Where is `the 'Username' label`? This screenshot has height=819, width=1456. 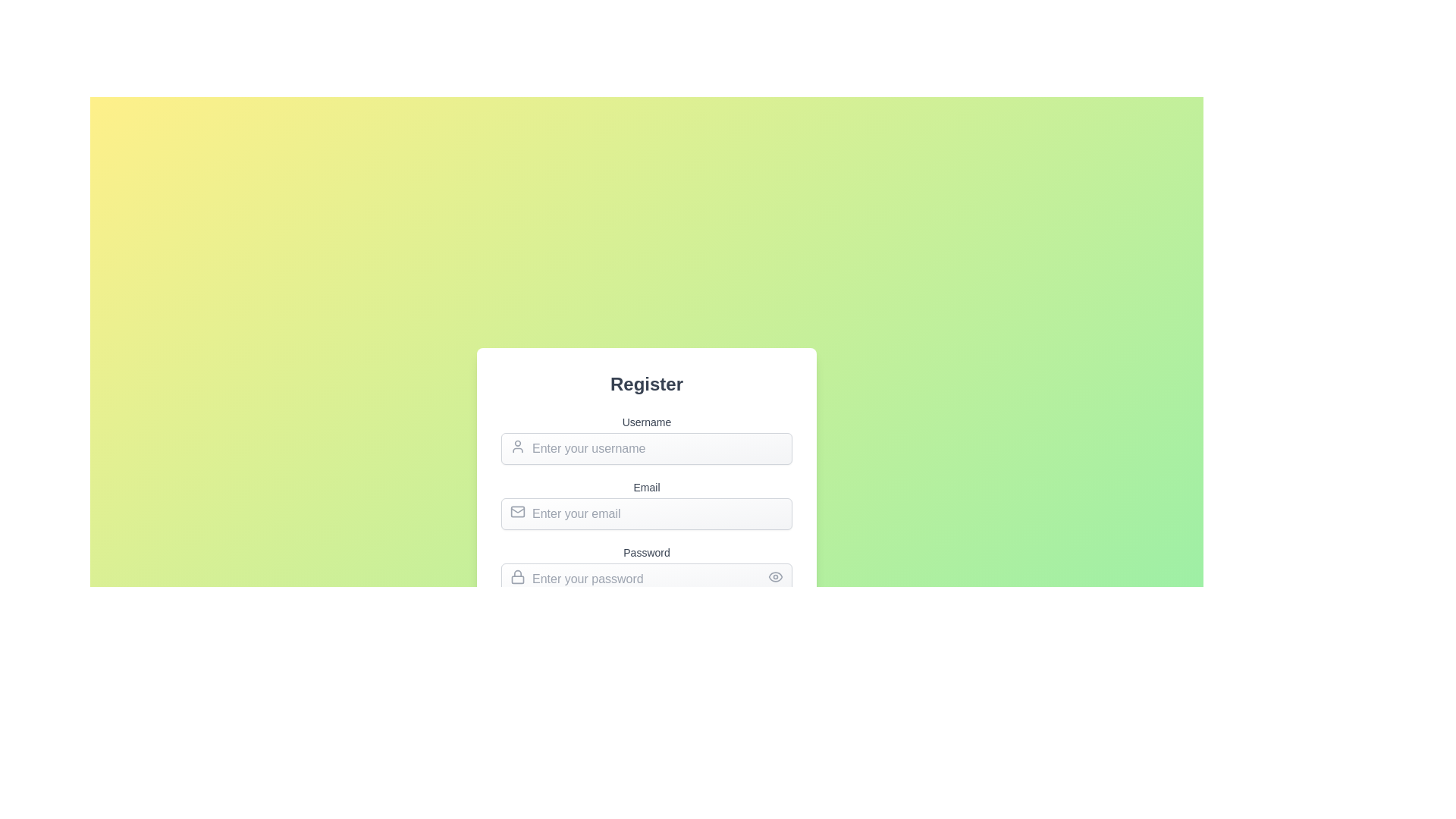 the 'Username' label is located at coordinates (647, 439).